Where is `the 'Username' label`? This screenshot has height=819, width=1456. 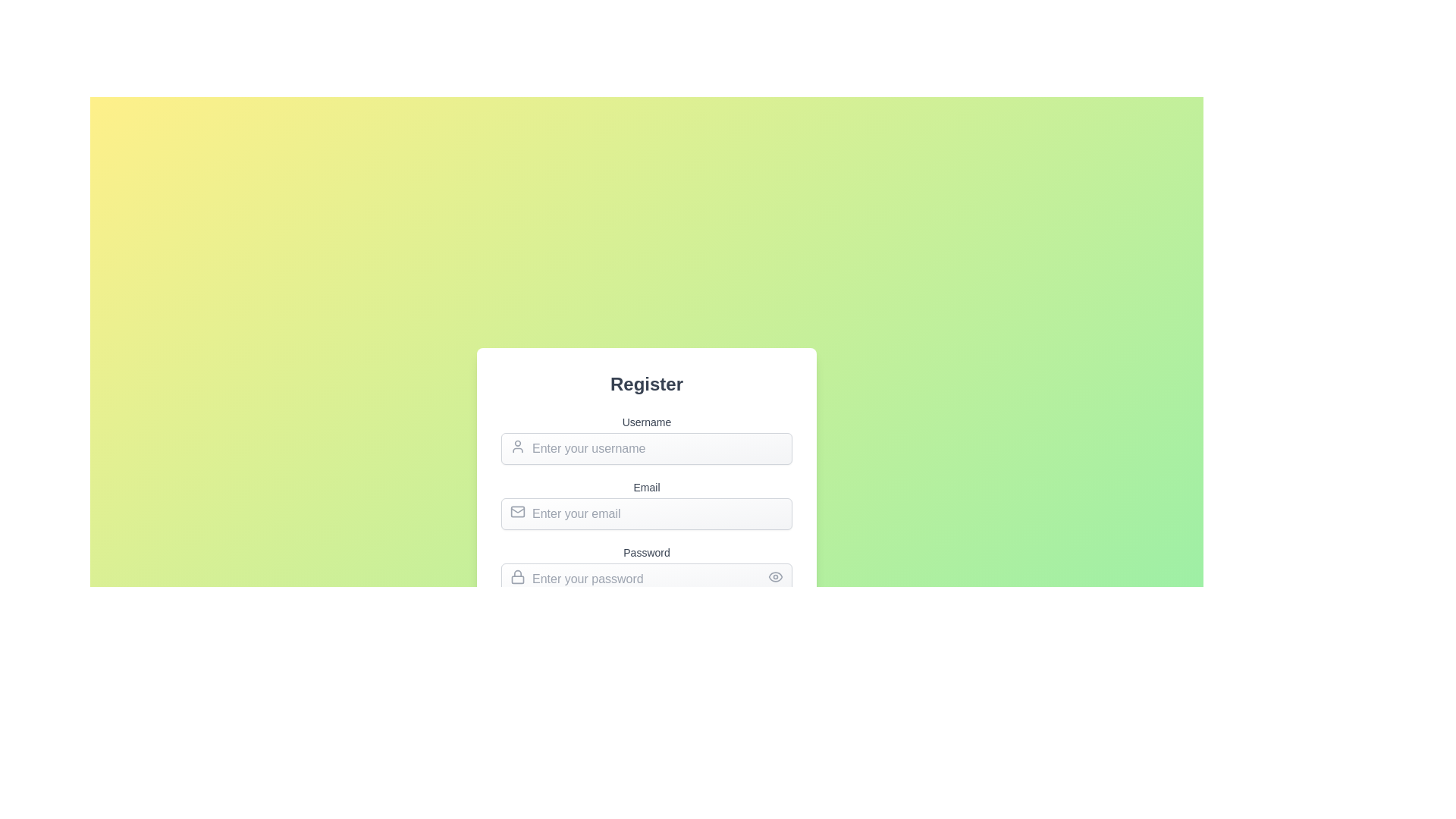 the 'Username' label is located at coordinates (647, 439).